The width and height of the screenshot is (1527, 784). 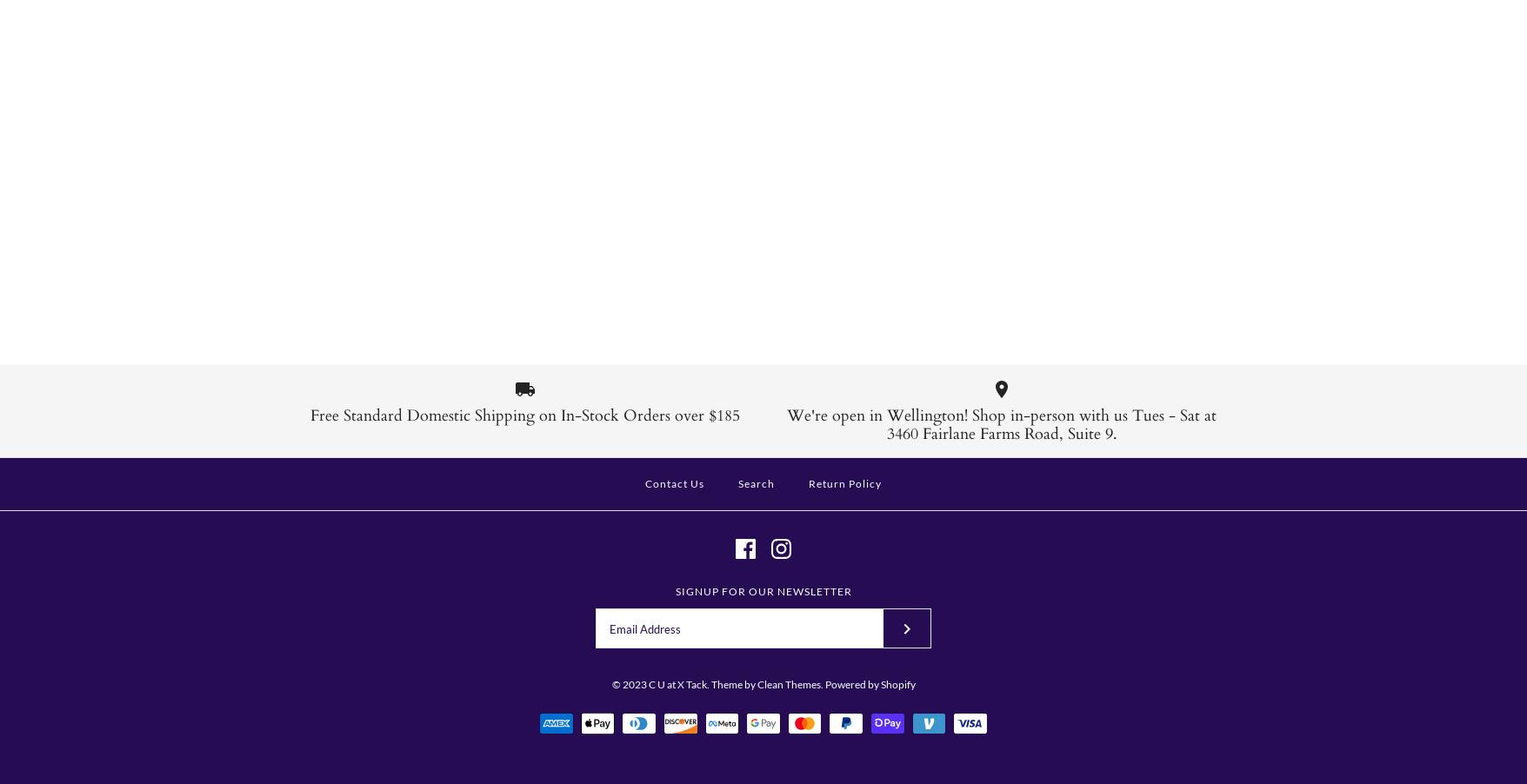 What do you see at coordinates (731, 682) in the screenshot?
I see `'Theme by'` at bounding box center [731, 682].